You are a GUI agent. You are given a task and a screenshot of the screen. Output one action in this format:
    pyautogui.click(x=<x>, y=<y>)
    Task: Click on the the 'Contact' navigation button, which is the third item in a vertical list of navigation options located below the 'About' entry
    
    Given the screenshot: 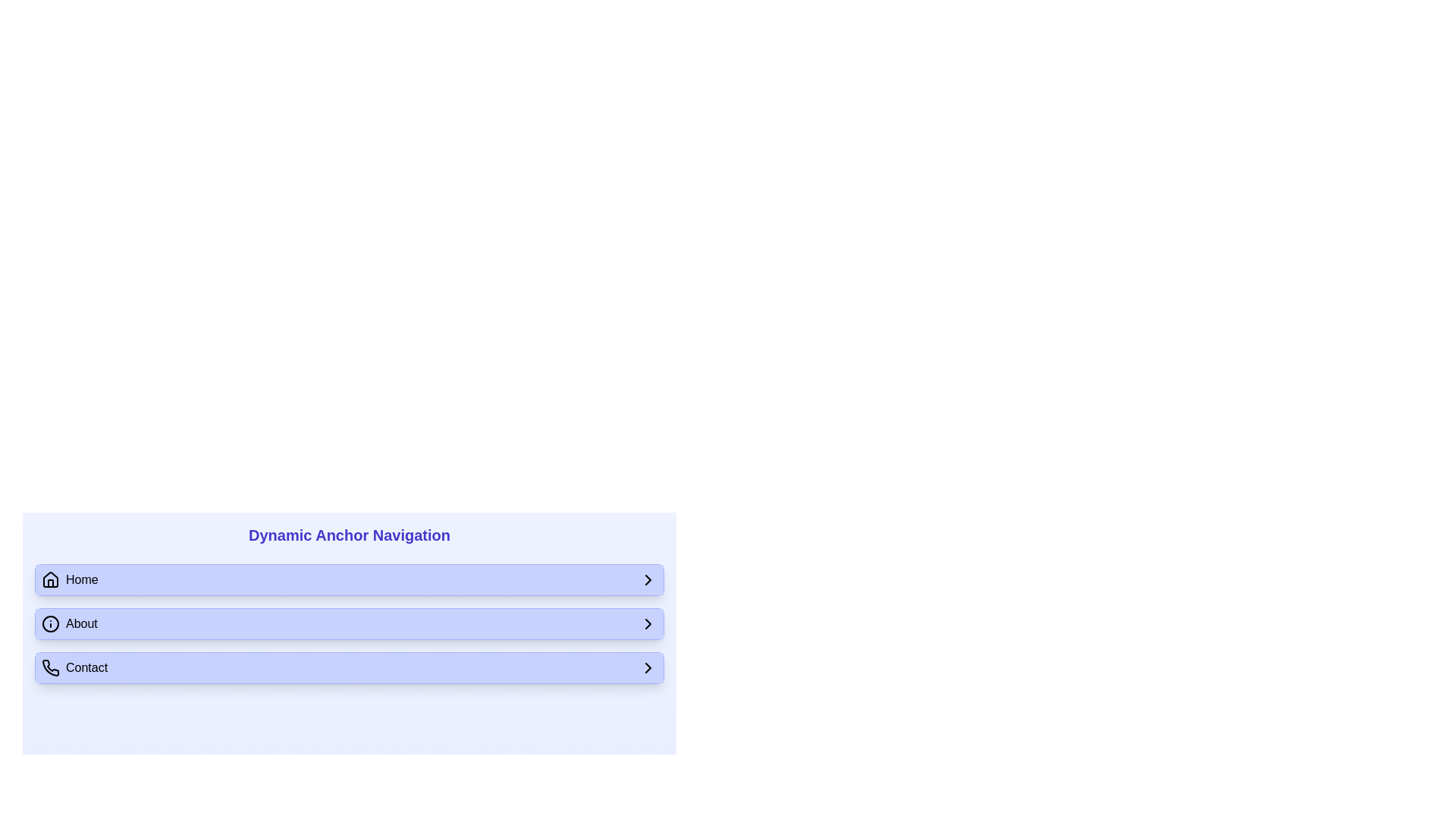 What is the action you would take?
    pyautogui.click(x=348, y=667)
    